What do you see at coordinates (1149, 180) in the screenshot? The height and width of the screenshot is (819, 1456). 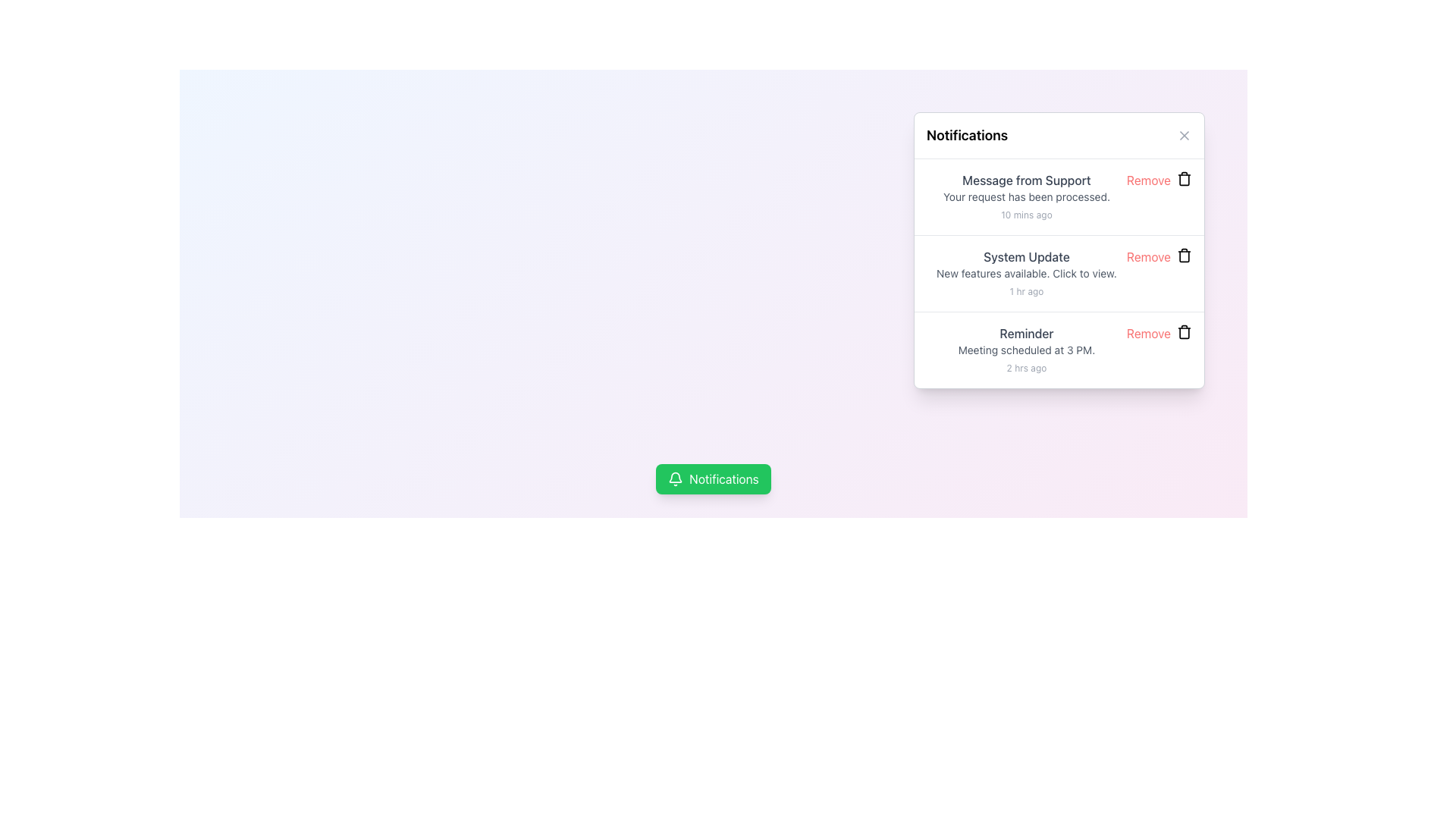 I see `the actionable button` at bounding box center [1149, 180].